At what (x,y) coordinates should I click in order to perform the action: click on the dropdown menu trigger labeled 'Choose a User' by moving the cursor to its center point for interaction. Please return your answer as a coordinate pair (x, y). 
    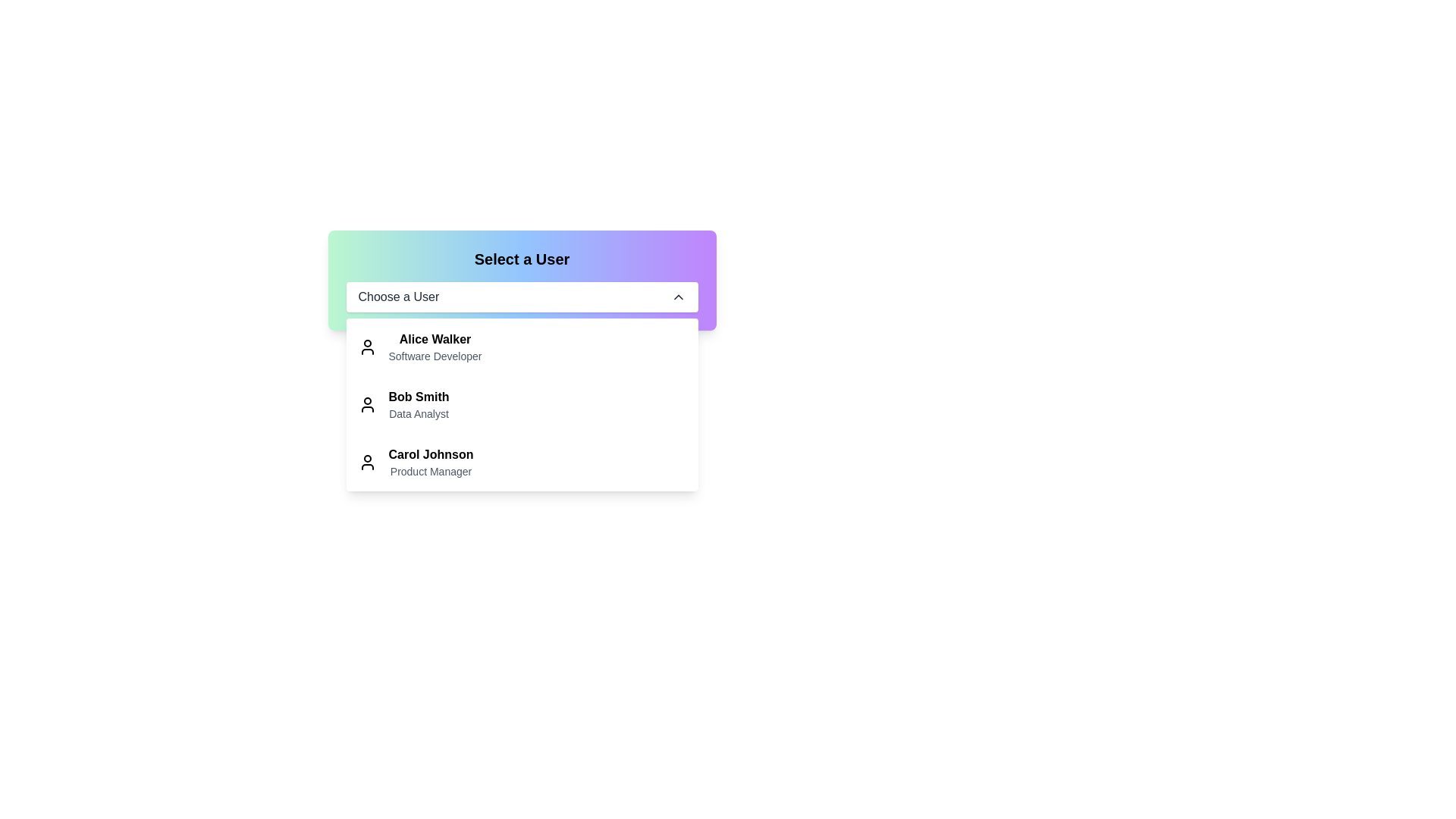
    Looking at the image, I should click on (522, 297).